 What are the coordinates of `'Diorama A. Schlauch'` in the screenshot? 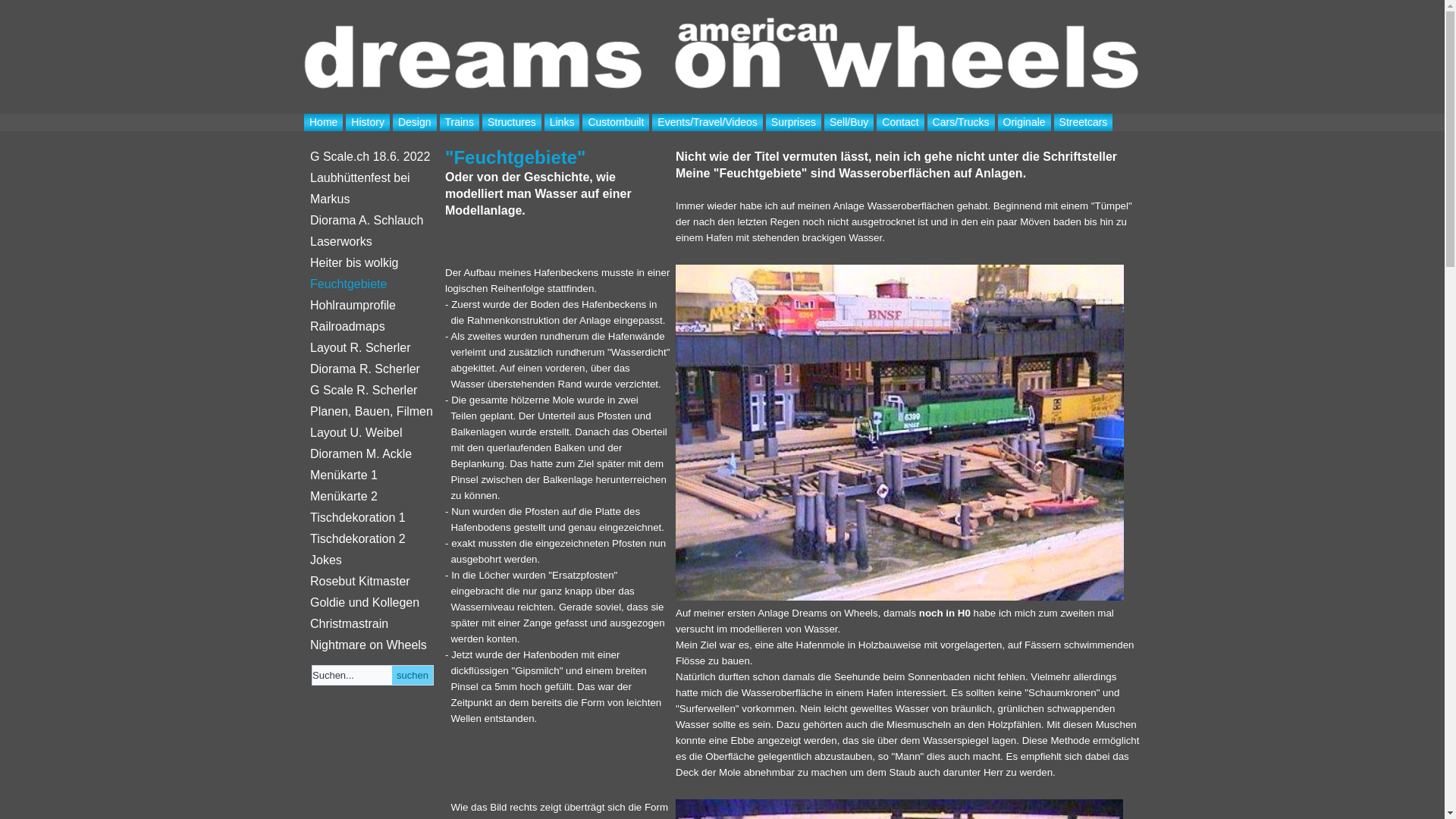 It's located at (302, 220).